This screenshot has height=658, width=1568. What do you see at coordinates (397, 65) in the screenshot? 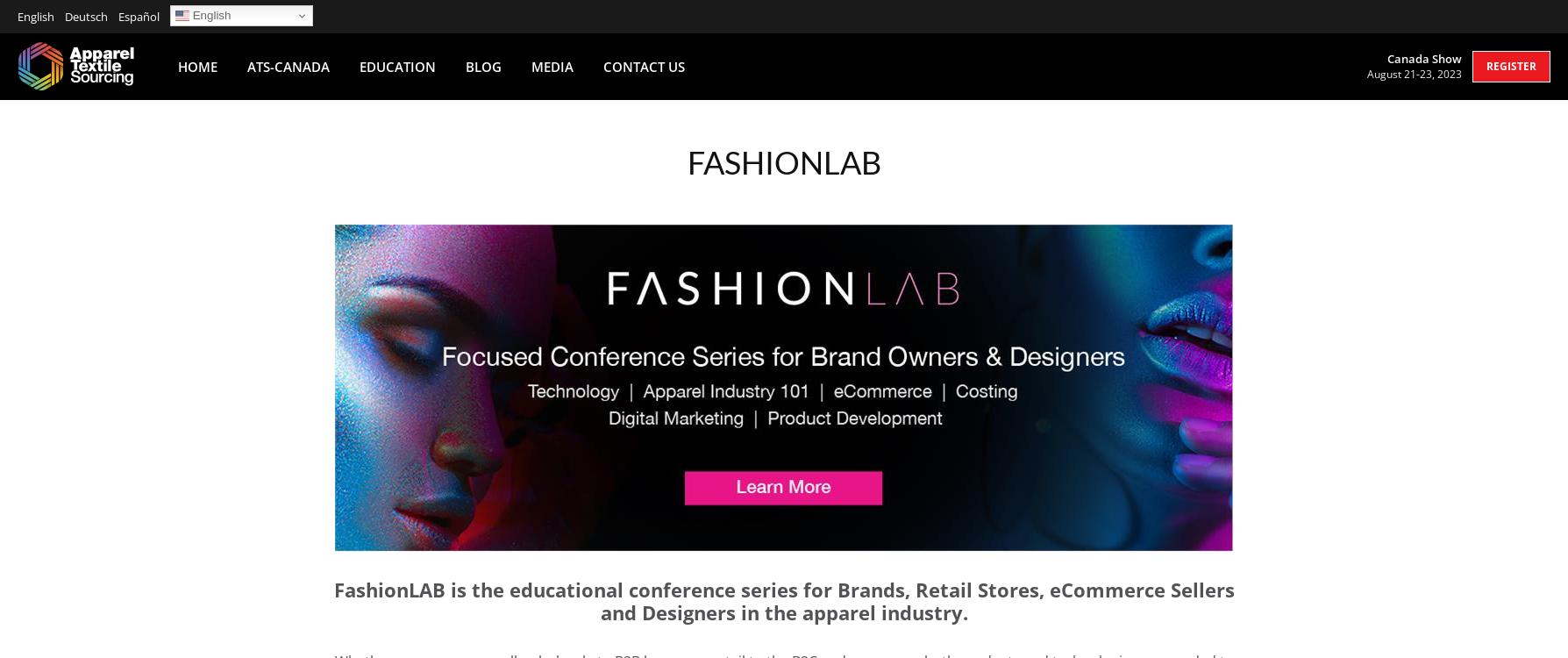
I see `'Education'` at bounding box center [397, 65].